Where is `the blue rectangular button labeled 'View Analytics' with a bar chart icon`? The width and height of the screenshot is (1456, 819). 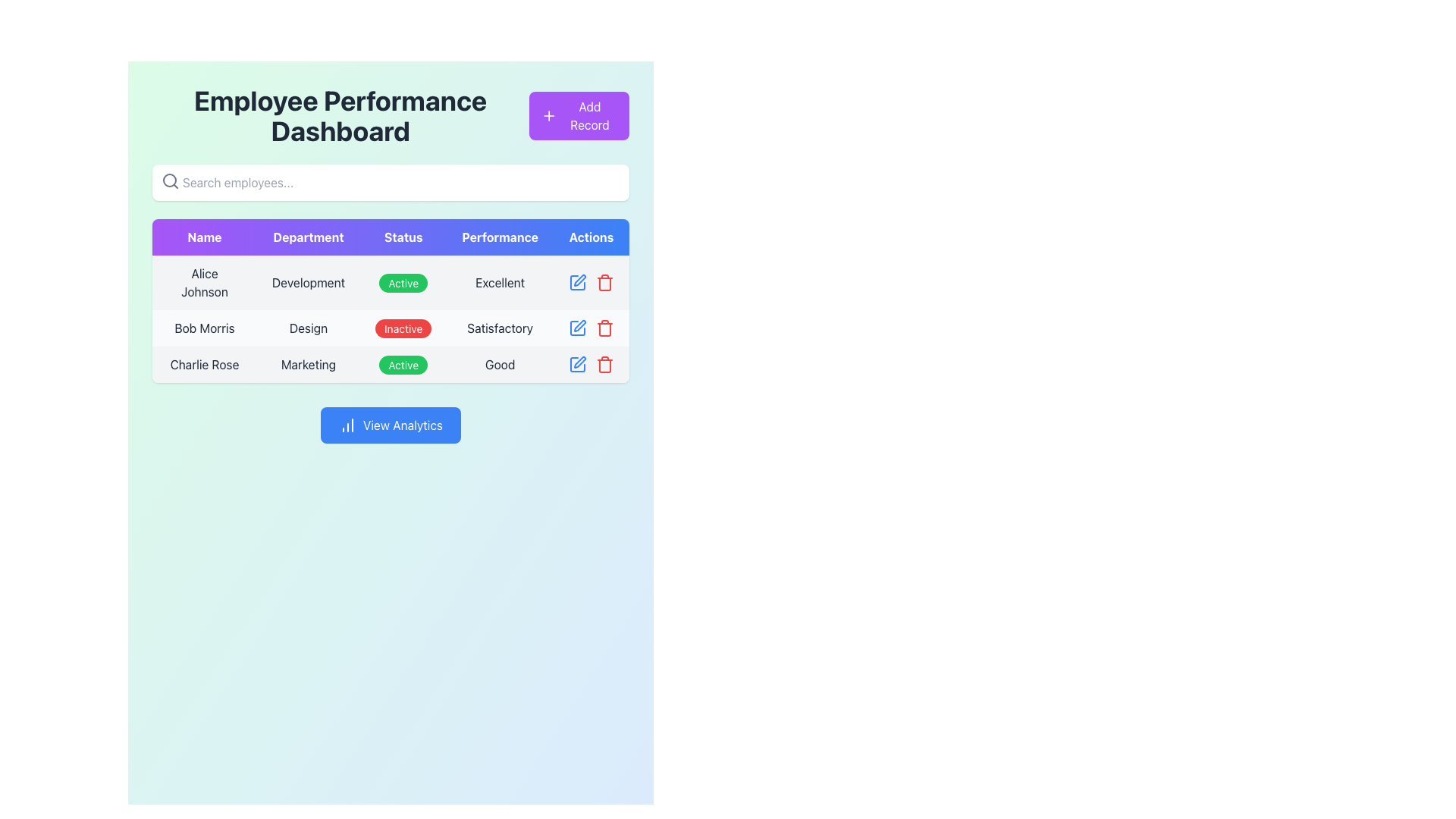
the blue rectangular button labeled 'View Analytics' with a bar chart icon is located at coordinates (391, 425).